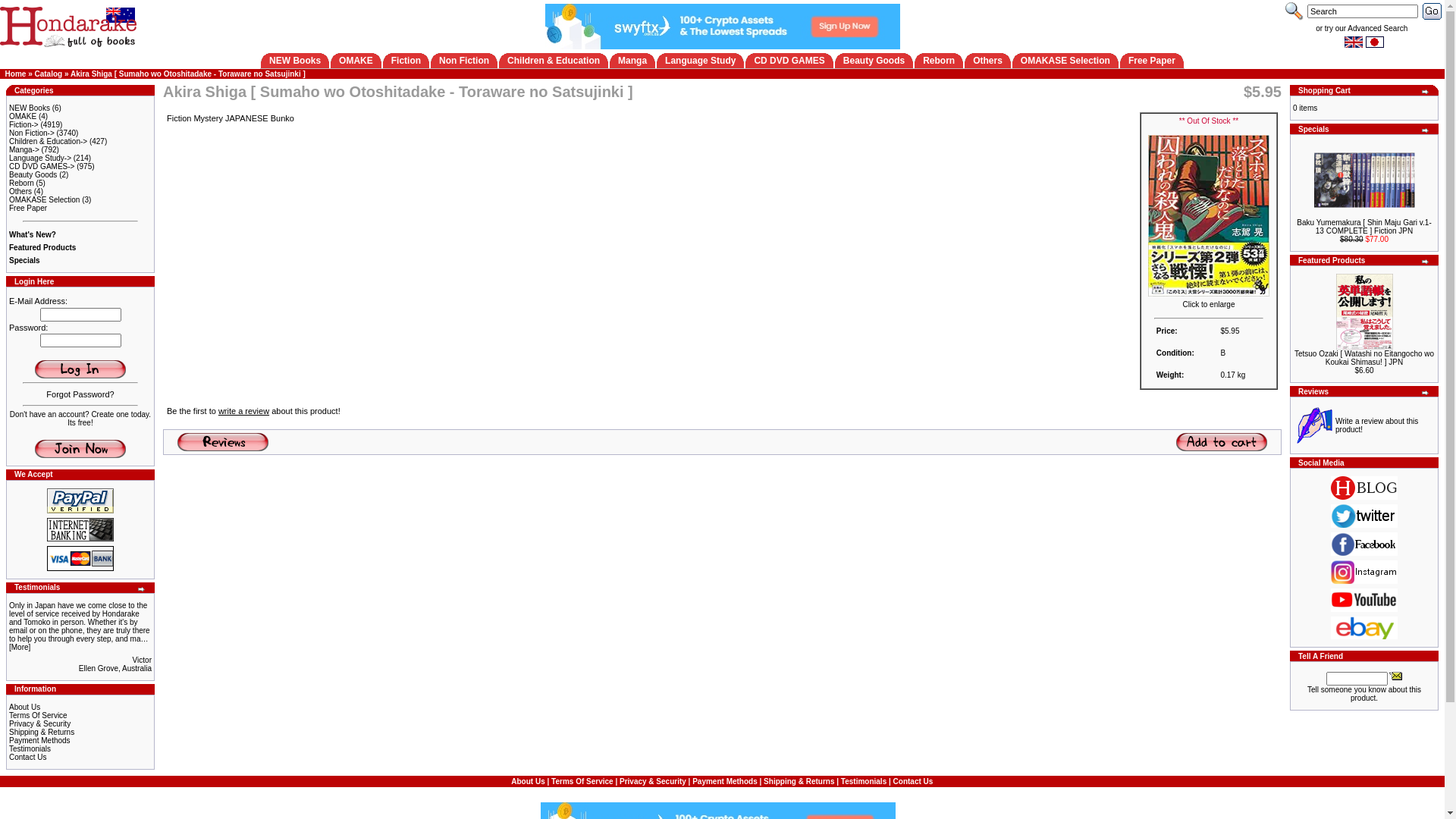  What do you see at coordinates (79, 447) in the screenshot?
I see `' Create Account '` at bounding box center [79, 447].